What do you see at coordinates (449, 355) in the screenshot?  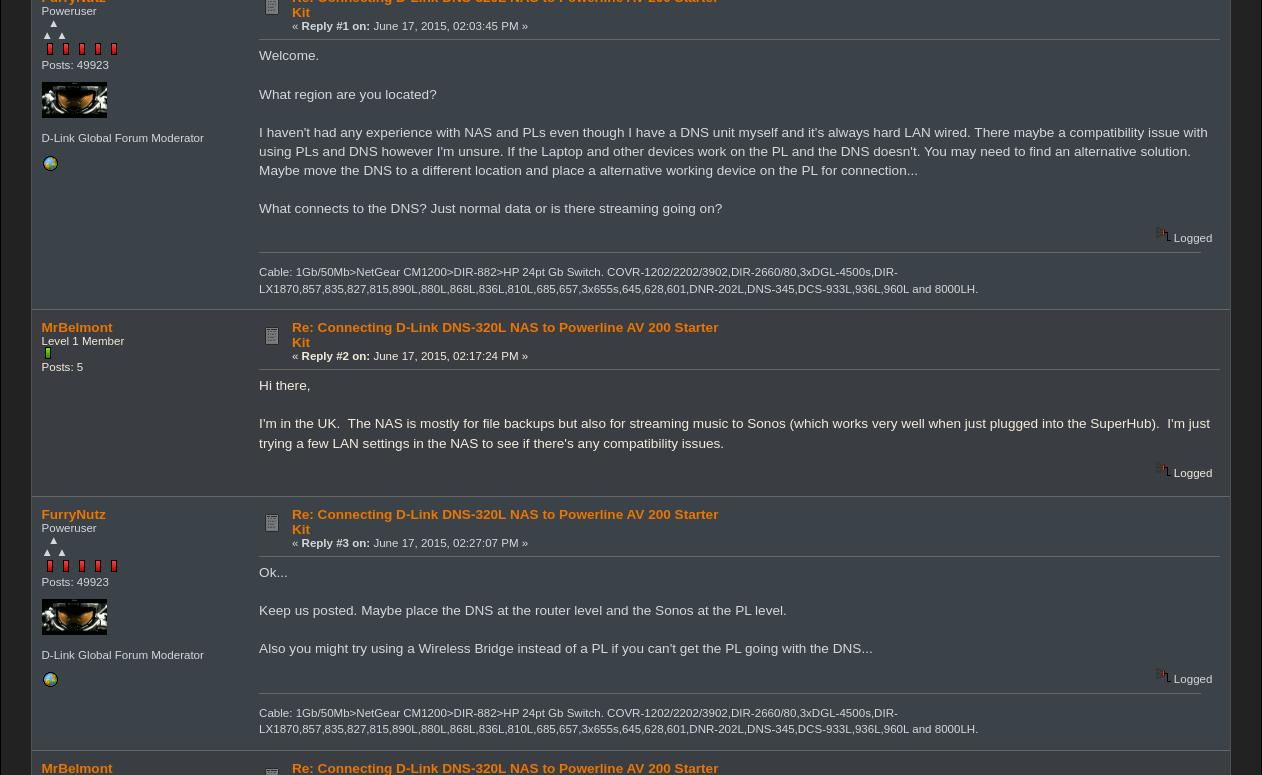 I see `'June 17, 2015, 02:17:24 PM »'` at bounding box center [449, 355].